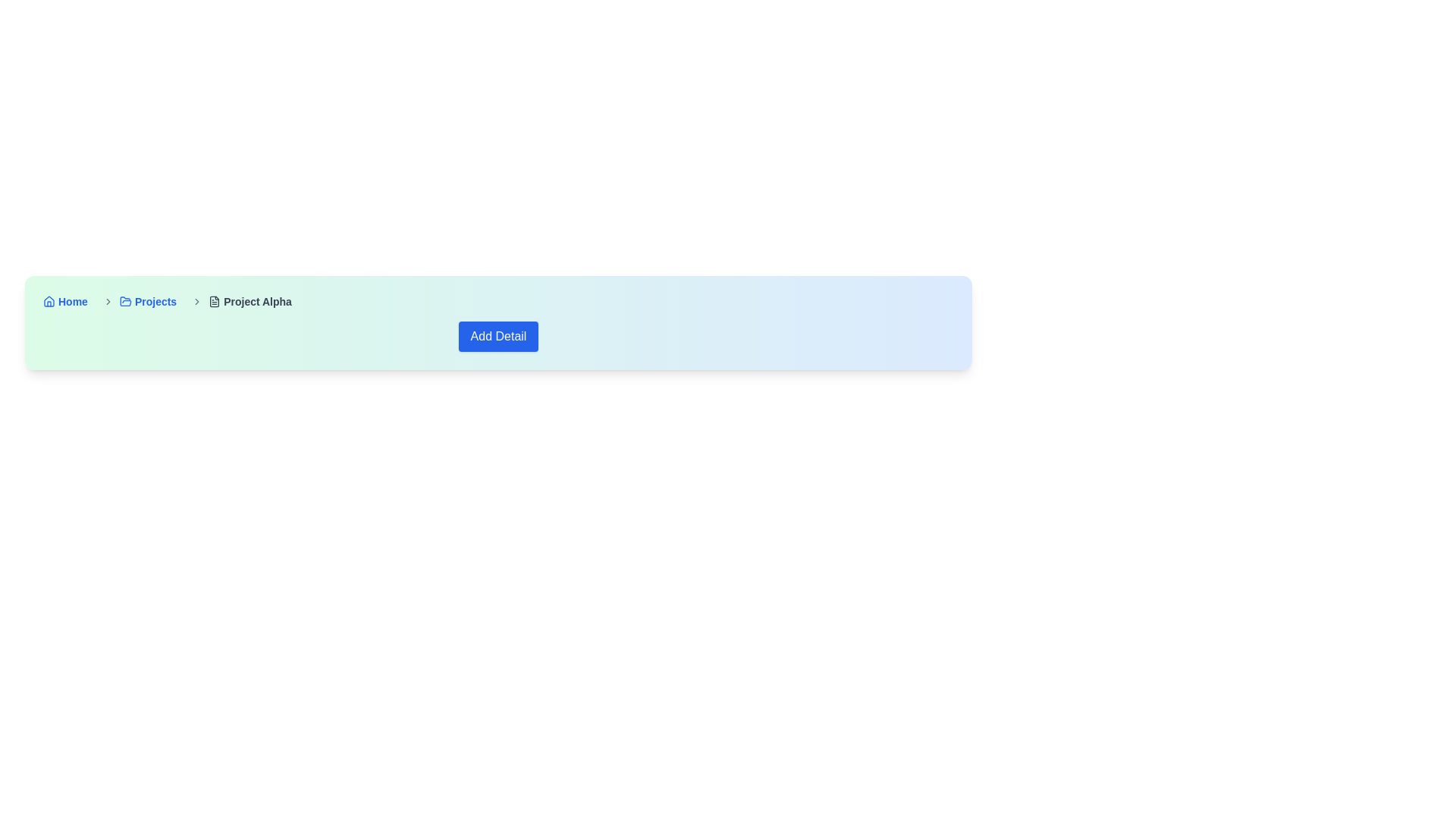 The image size is (1456, 819). What do you see at coordinates (238, 301) in the screenshot?
I see `the 'Project Alpha' item in the breadcrumb navigation` at bounding box center [238, 301].